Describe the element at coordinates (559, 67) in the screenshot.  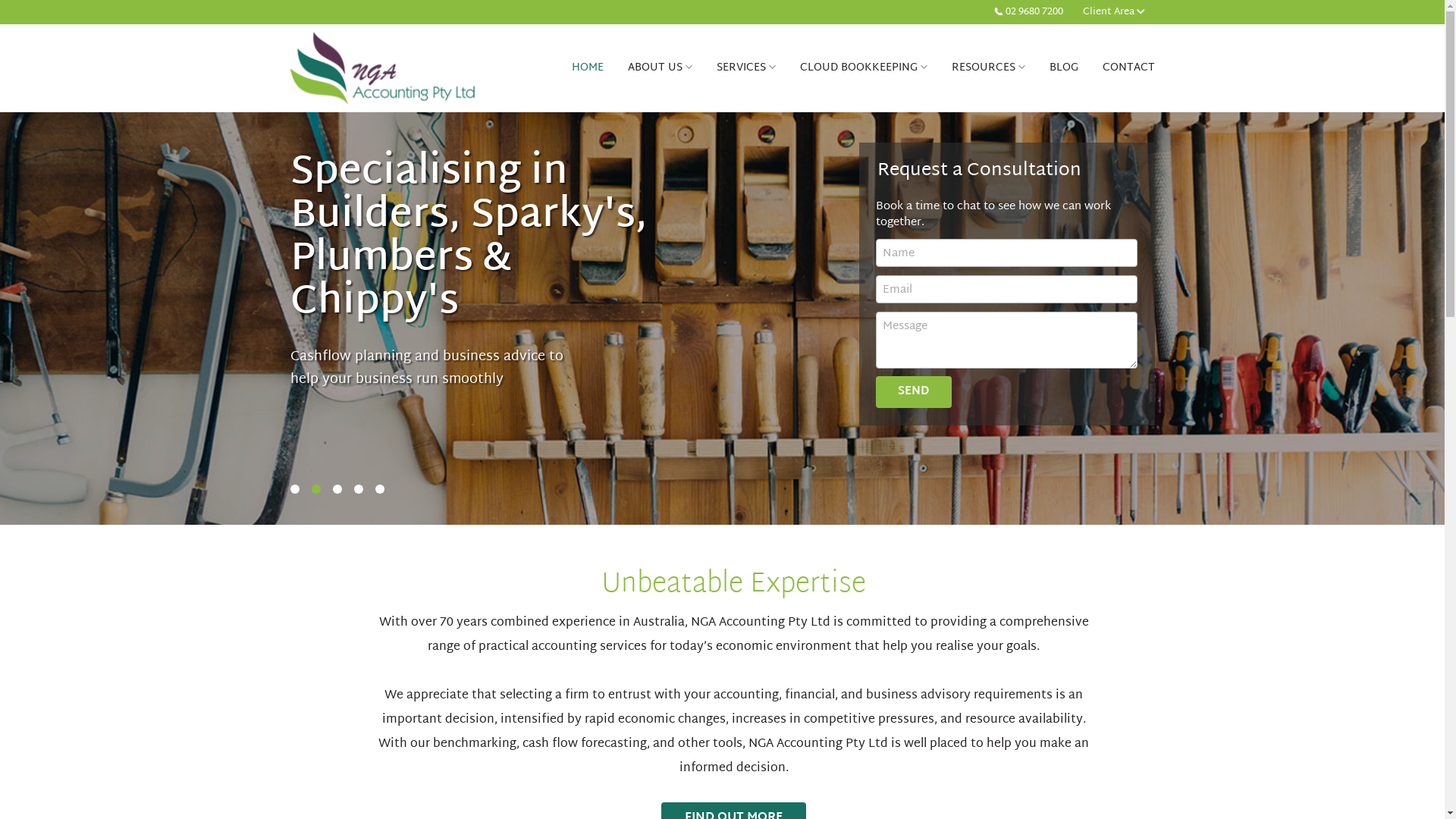
I see `'HOME'` at that location.